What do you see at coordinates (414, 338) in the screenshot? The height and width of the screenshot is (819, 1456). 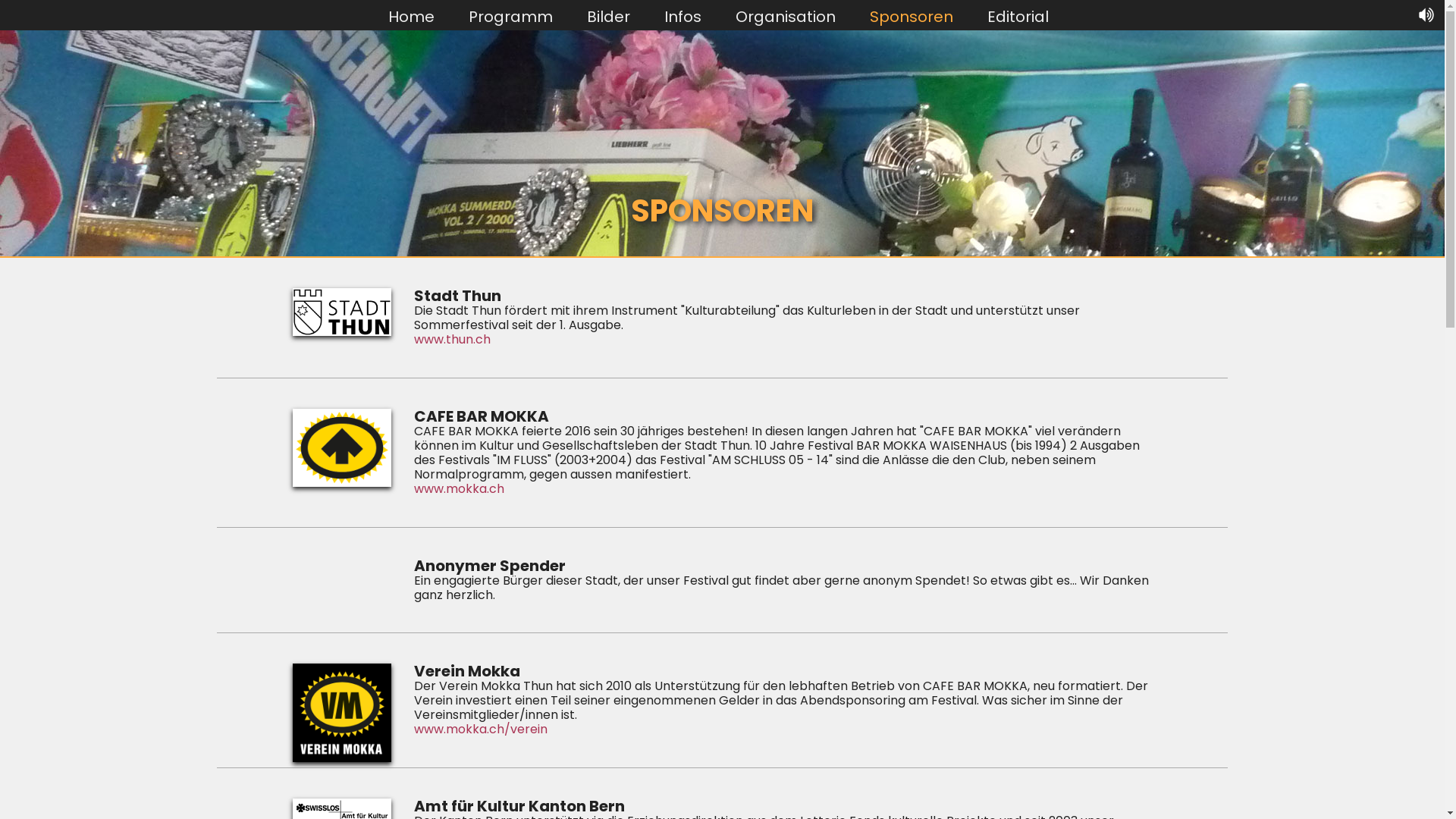 I see `'www.thun.ch'` at bounding box center [414, 338].